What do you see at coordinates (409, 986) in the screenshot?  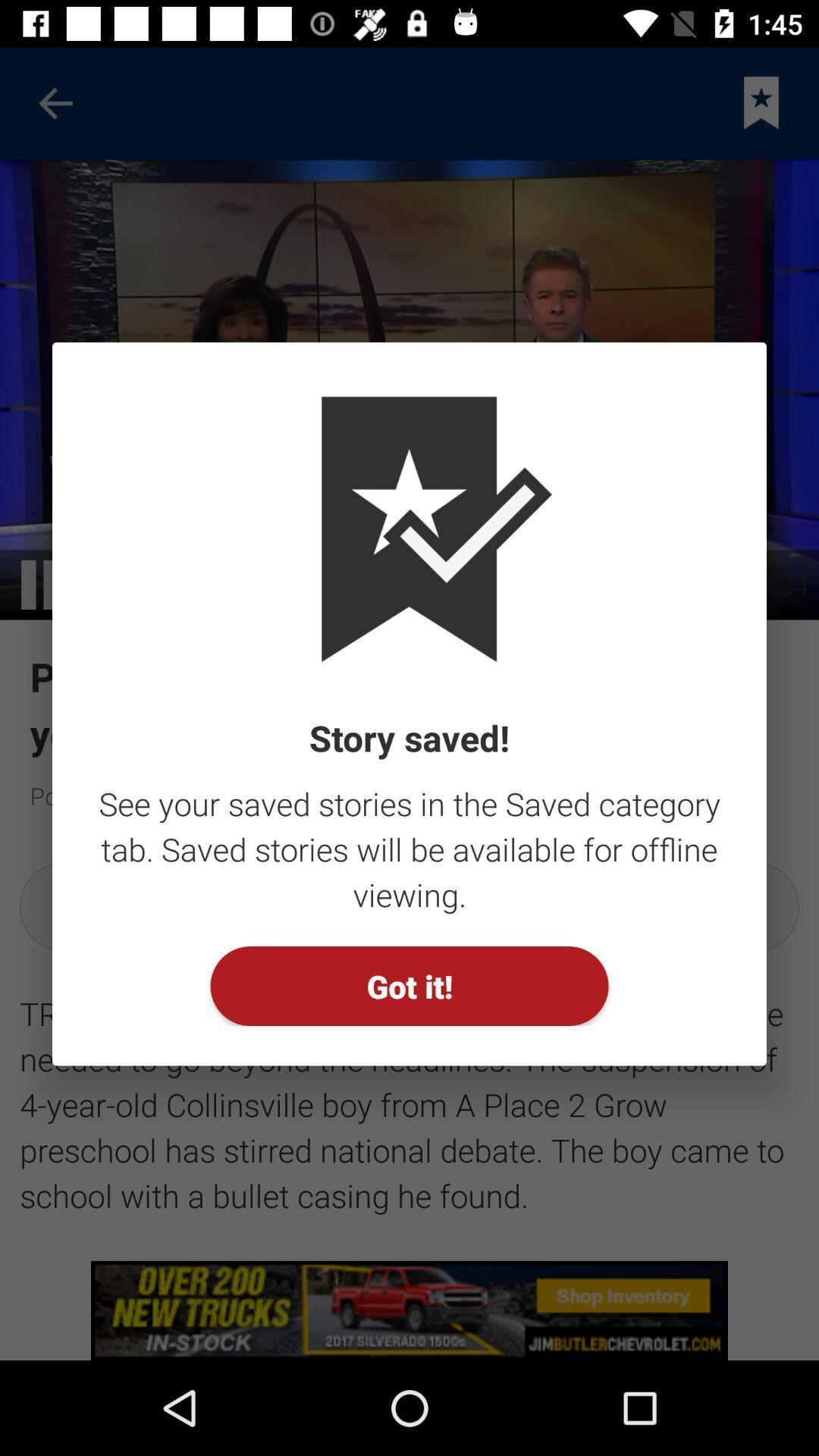 I see `the got it! item` at bounding box center [409, 986].